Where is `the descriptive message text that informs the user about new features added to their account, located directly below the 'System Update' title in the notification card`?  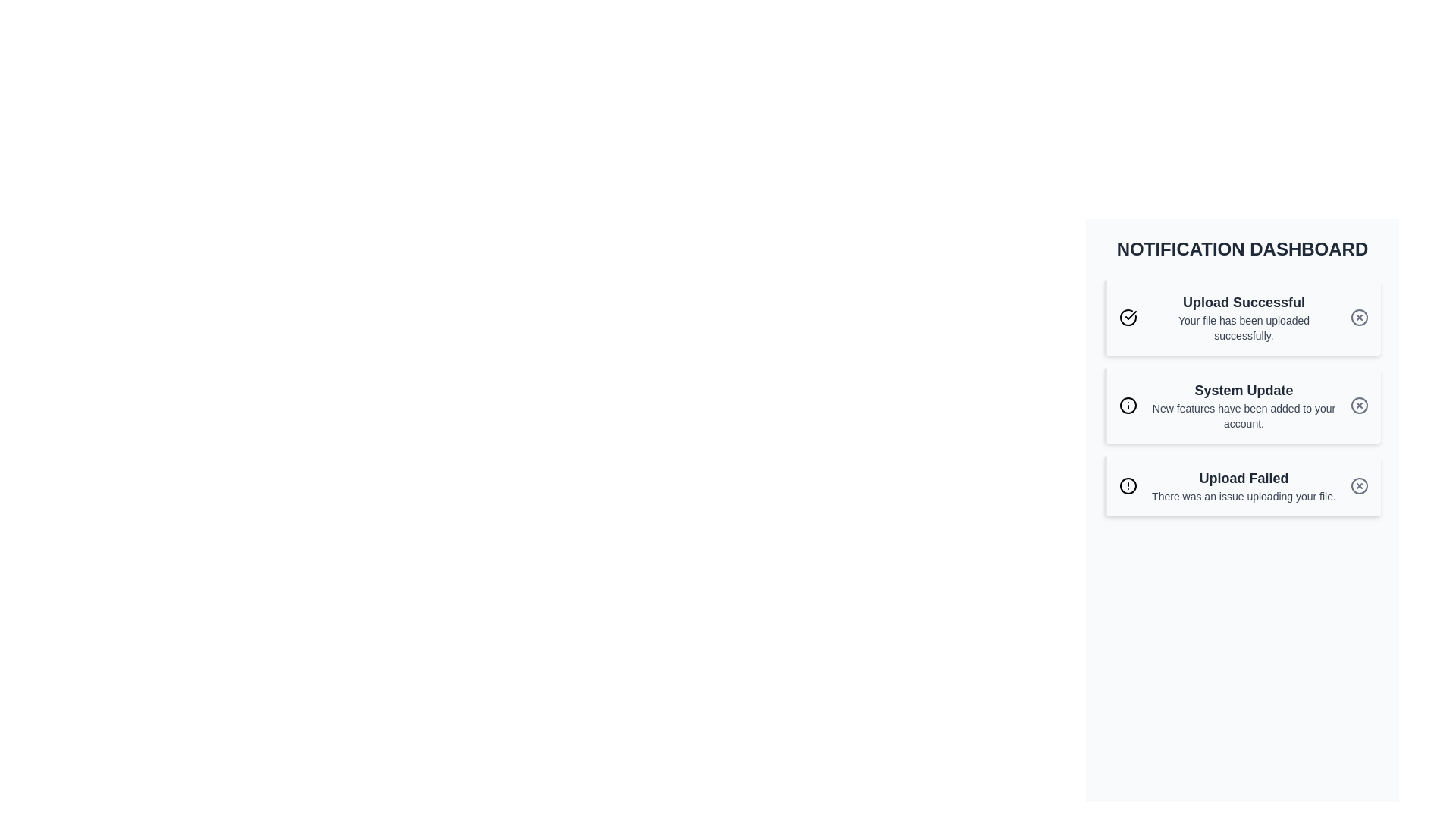
the descriptive message text that informs the user about new features added to their account, located directly below the 'System Update' title in the notification card is located at coordinates (1244, 416).